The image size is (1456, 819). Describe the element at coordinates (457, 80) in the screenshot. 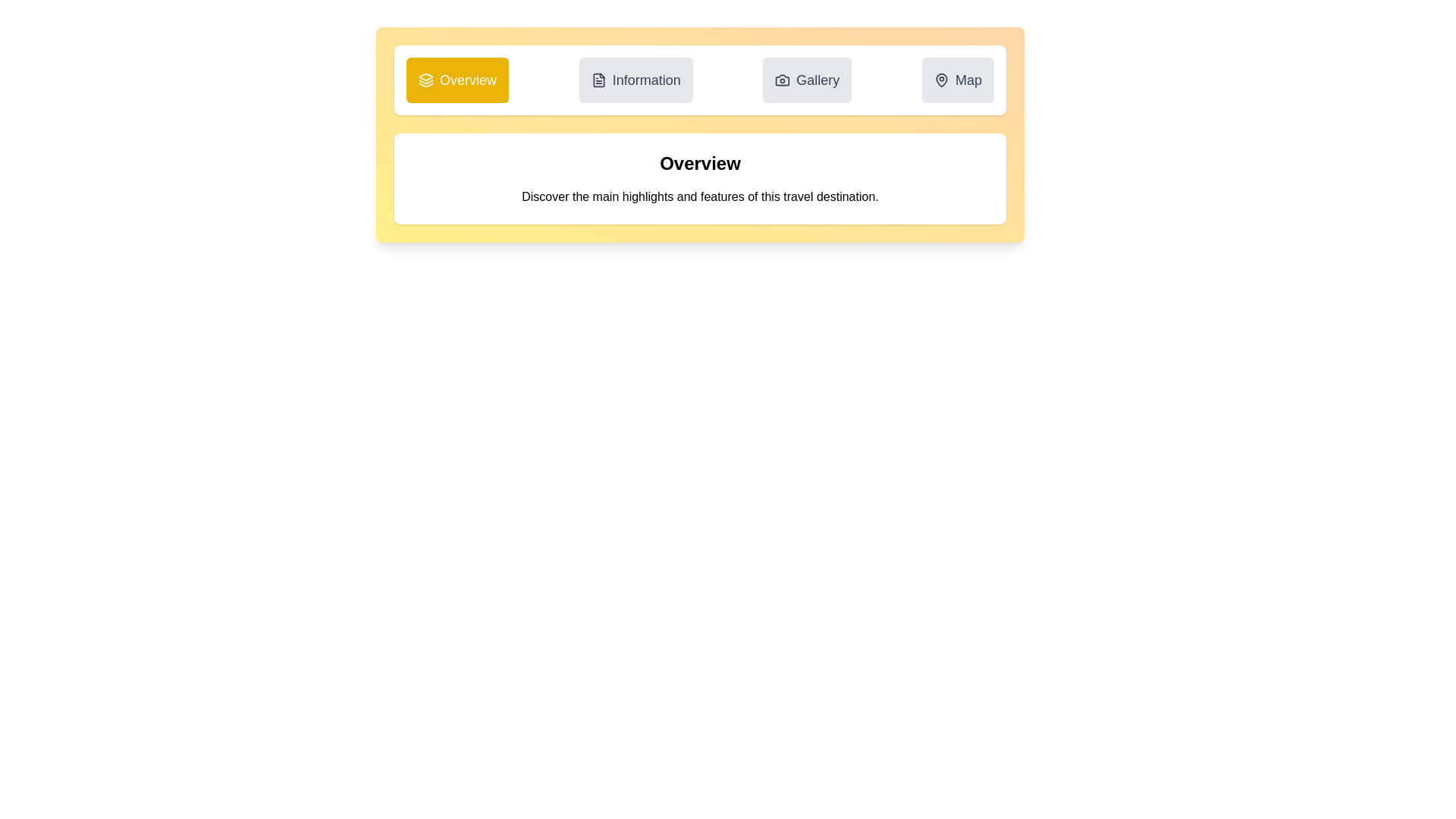

I see `the tab labeled Overview to observe its hover effect` at that location.